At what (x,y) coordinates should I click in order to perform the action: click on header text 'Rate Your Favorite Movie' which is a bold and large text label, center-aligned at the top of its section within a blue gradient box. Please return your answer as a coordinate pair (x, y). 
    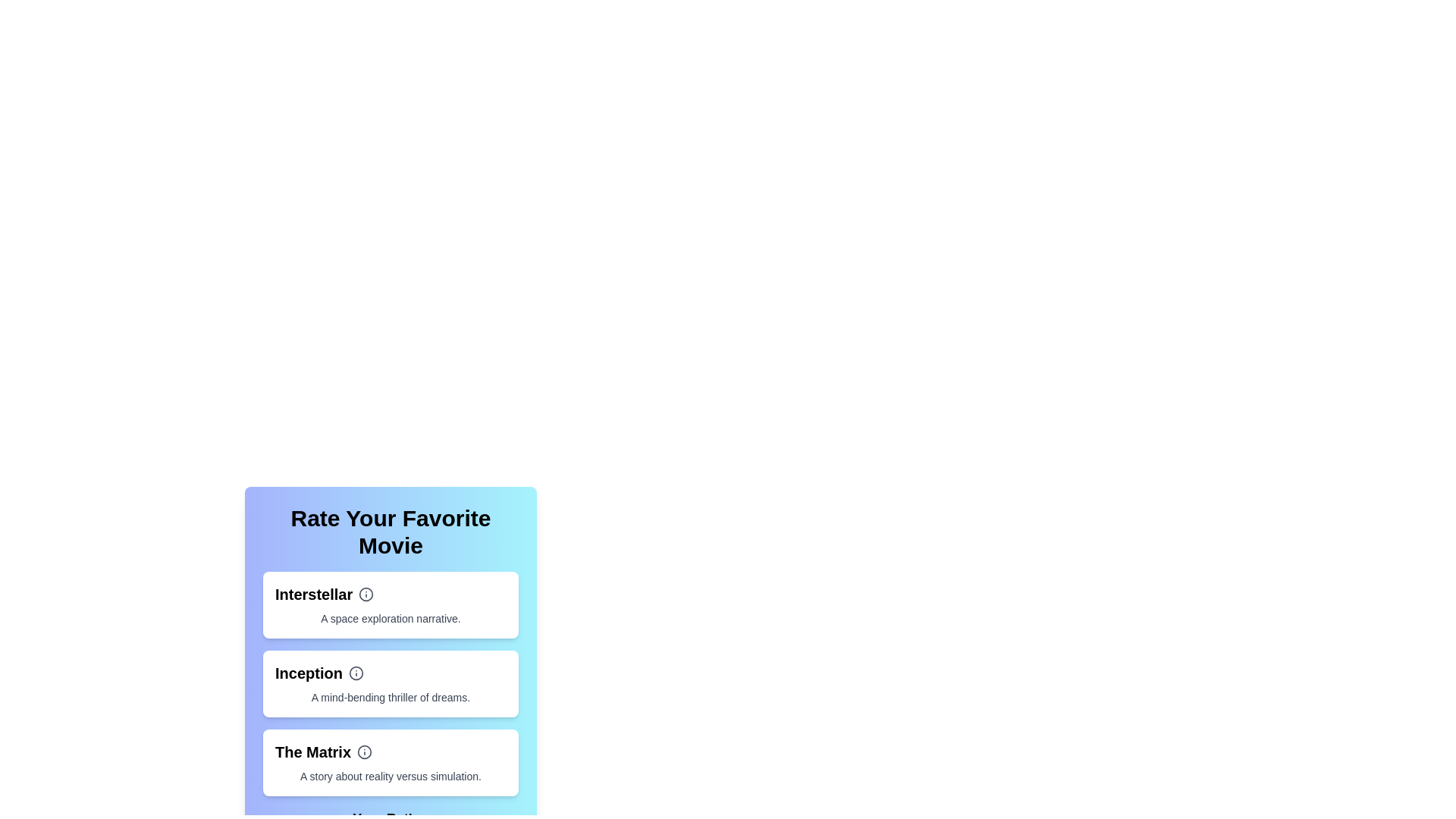
    Looking at the image, I should click on (391, 532).